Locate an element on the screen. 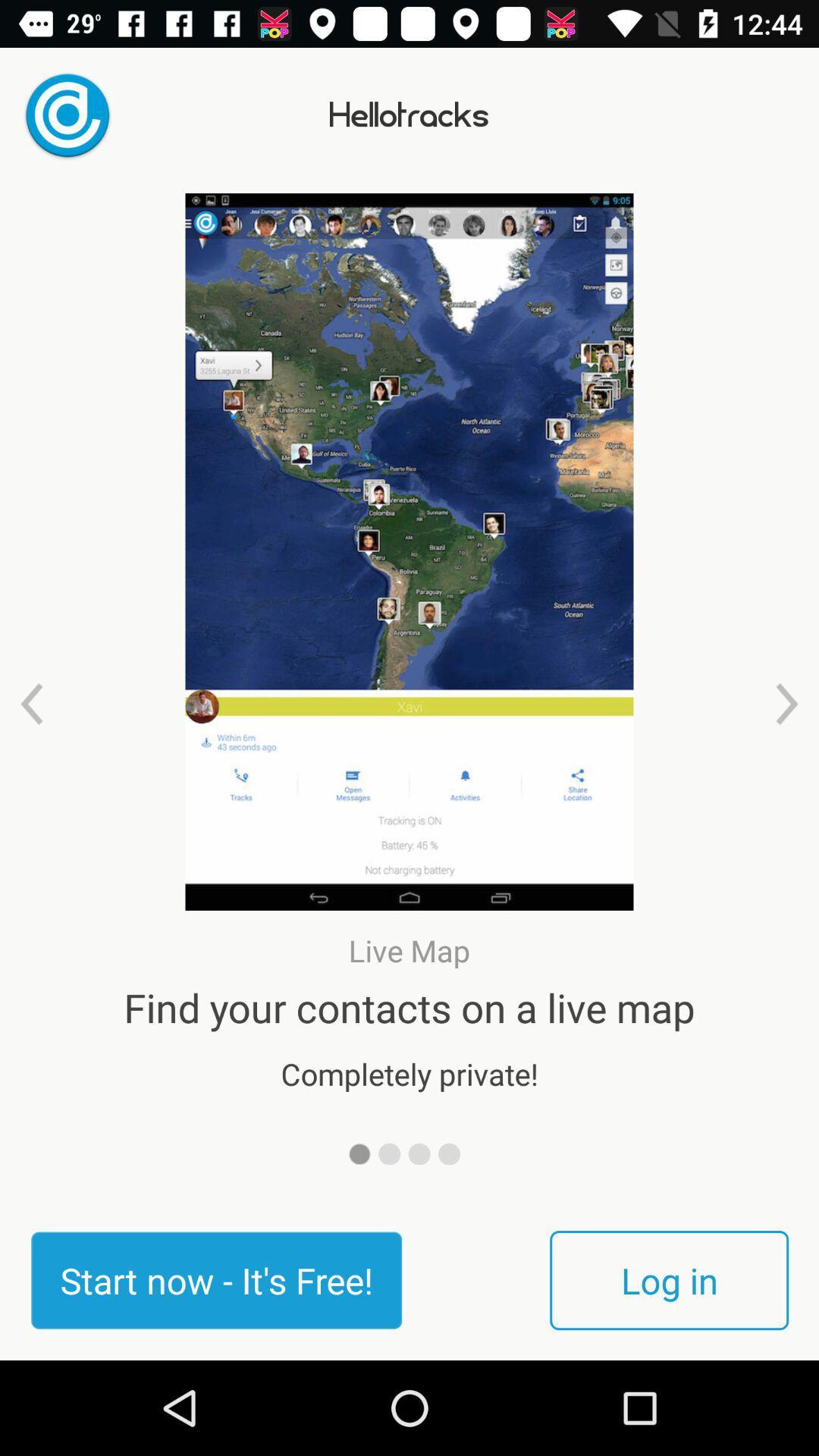 This screenshot has height=1456, width=819. the icon next to the start now it item is located at coordinates (668, 1279).